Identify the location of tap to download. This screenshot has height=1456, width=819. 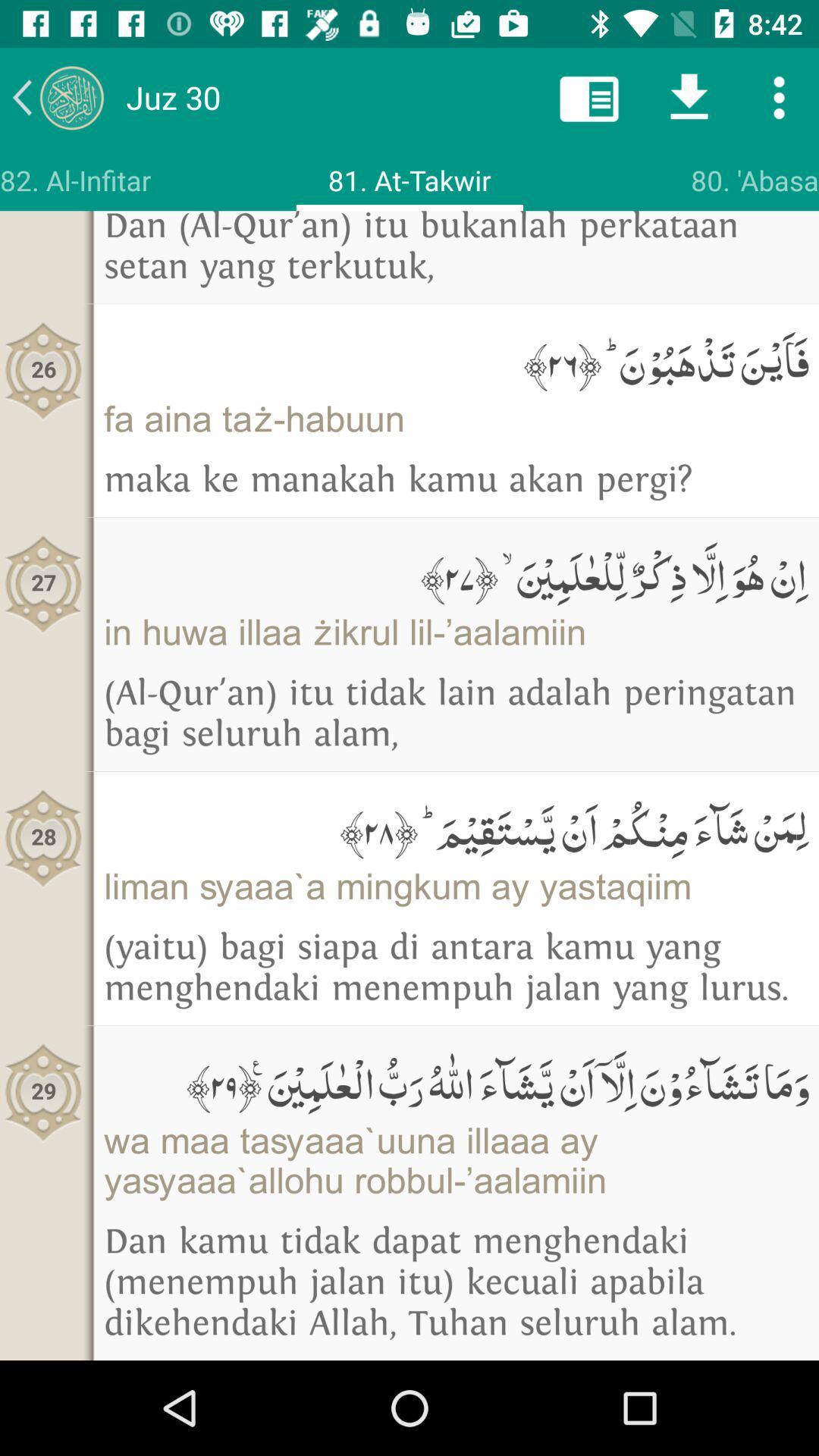
(689, 96).